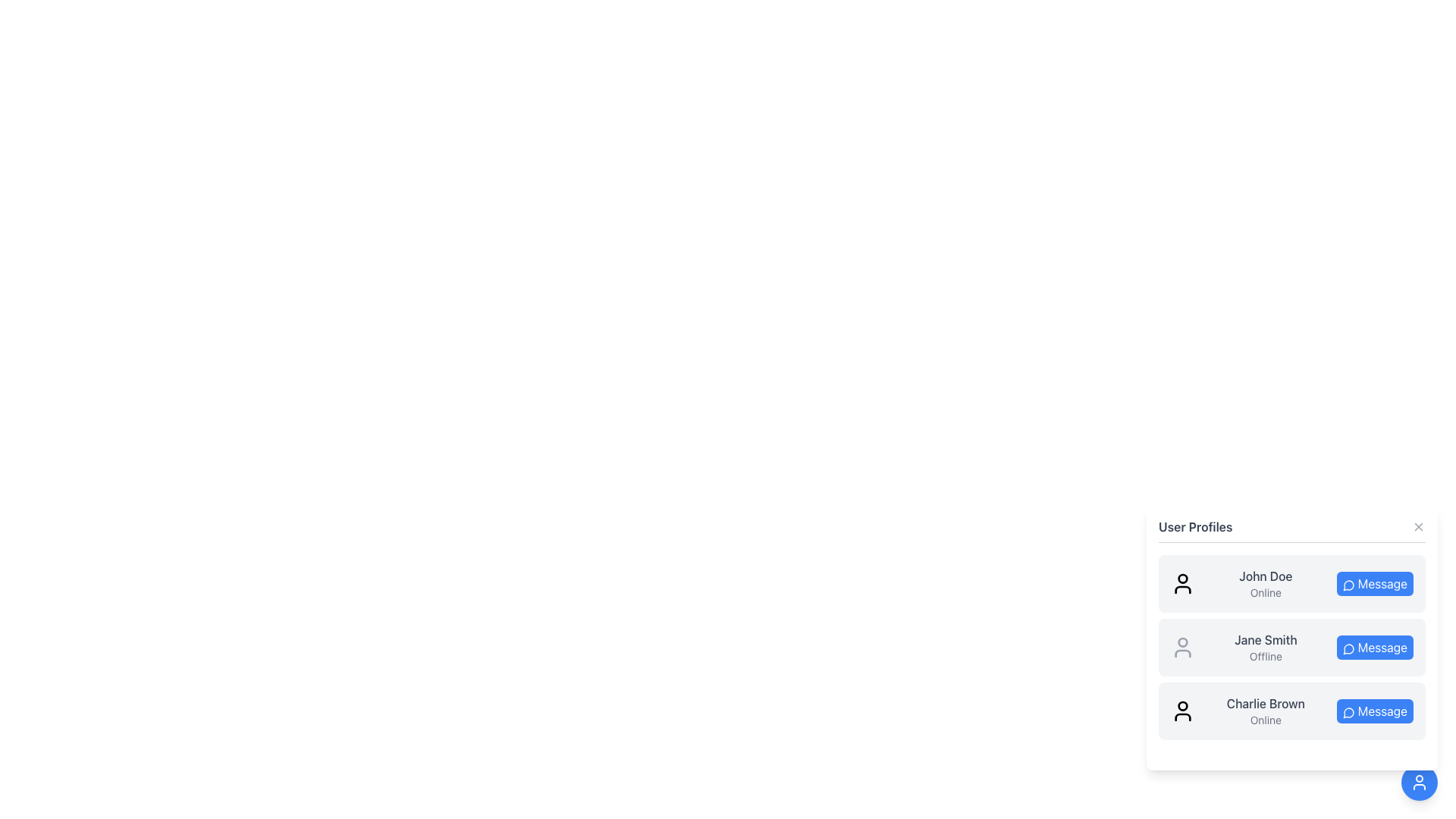  What do you see at coordinates (1375, 583) in the screenshot?
I see `the button for initiating a messaging action for the user 'John Doe'` at bounding box center [1375, 583].